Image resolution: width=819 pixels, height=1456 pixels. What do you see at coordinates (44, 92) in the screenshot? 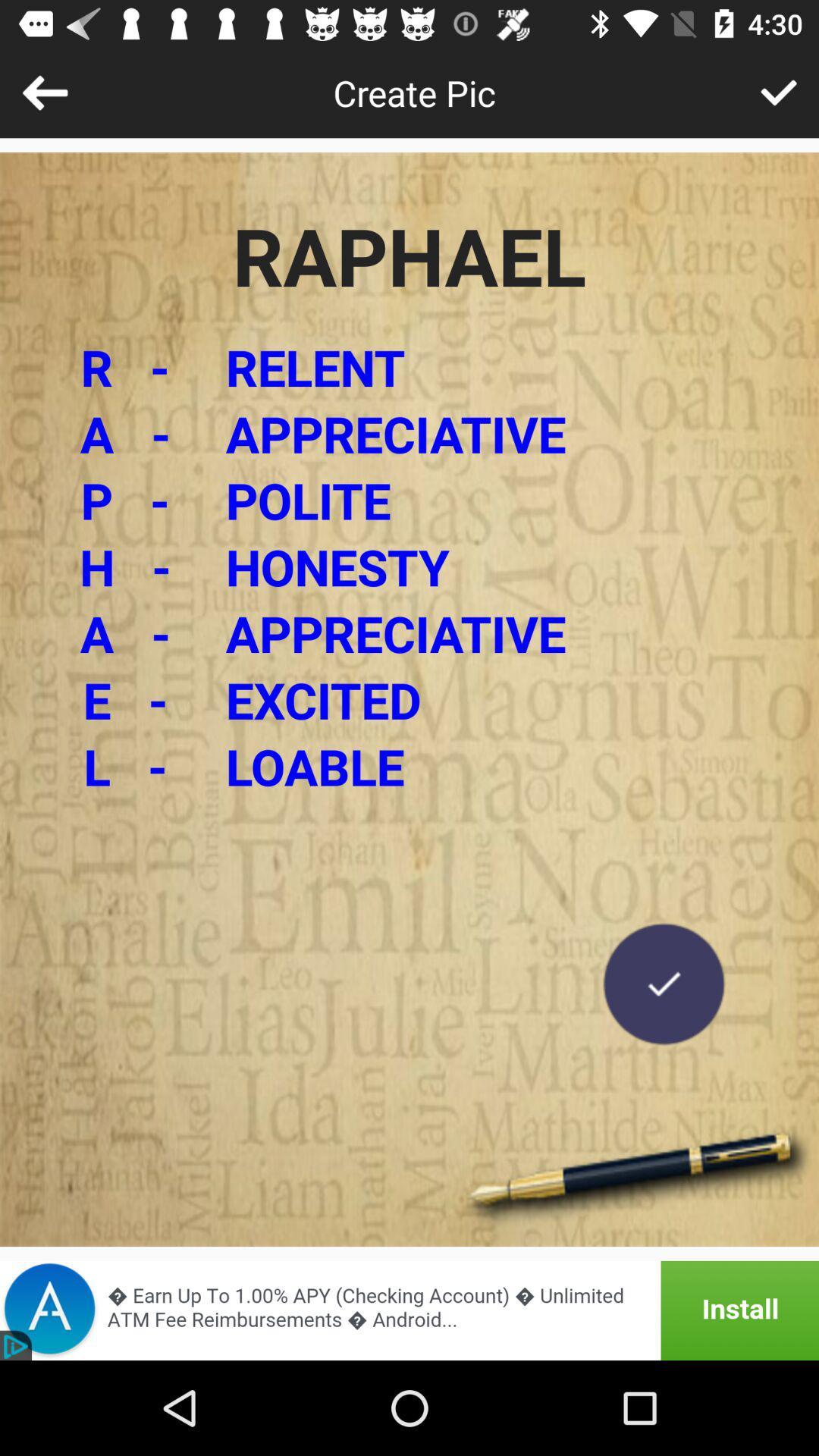
I see `go back` at bounding box center [44, 92].